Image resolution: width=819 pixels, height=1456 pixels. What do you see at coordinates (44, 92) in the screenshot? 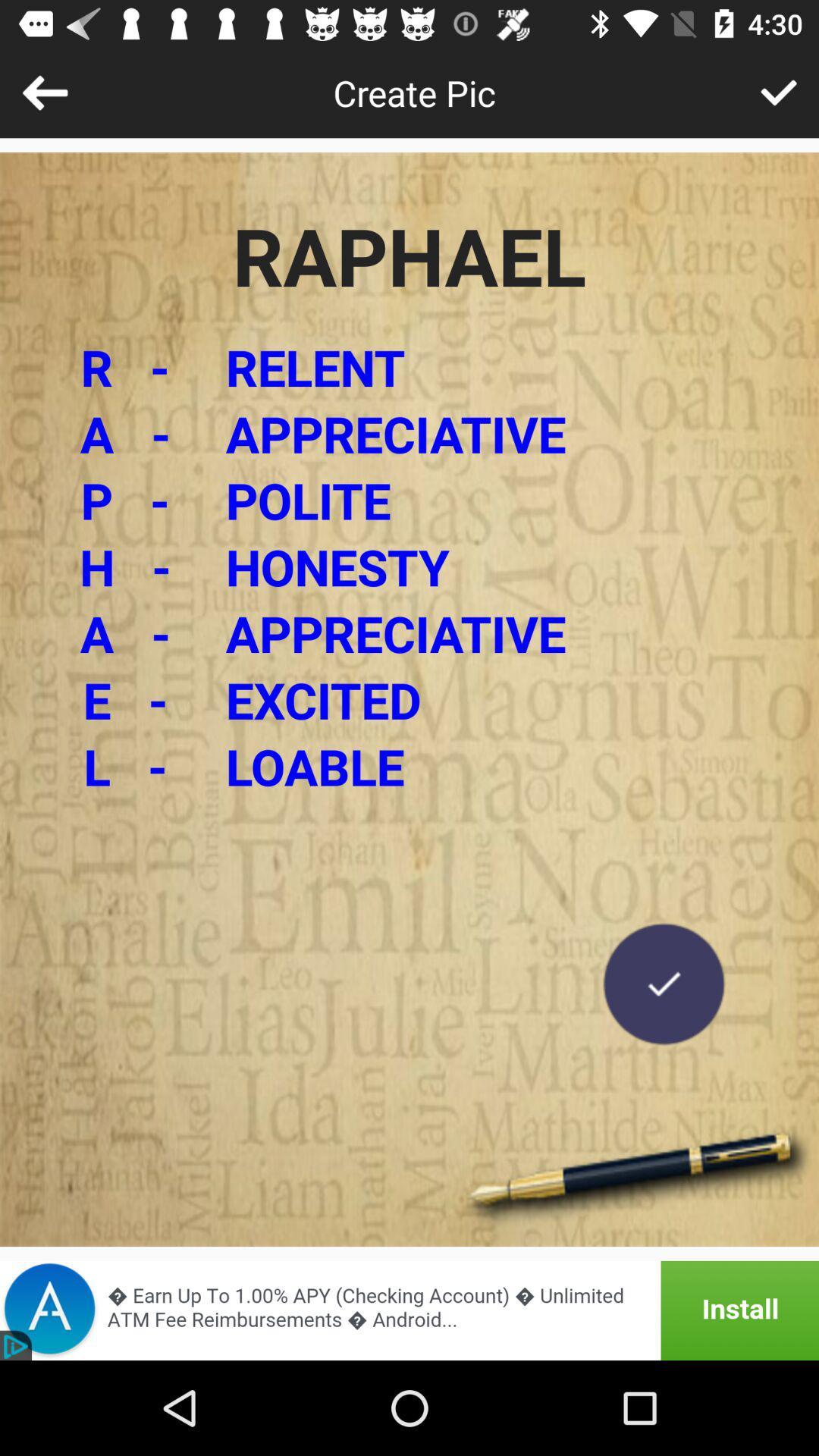
I see `go back` at bounding box center [44, 92].